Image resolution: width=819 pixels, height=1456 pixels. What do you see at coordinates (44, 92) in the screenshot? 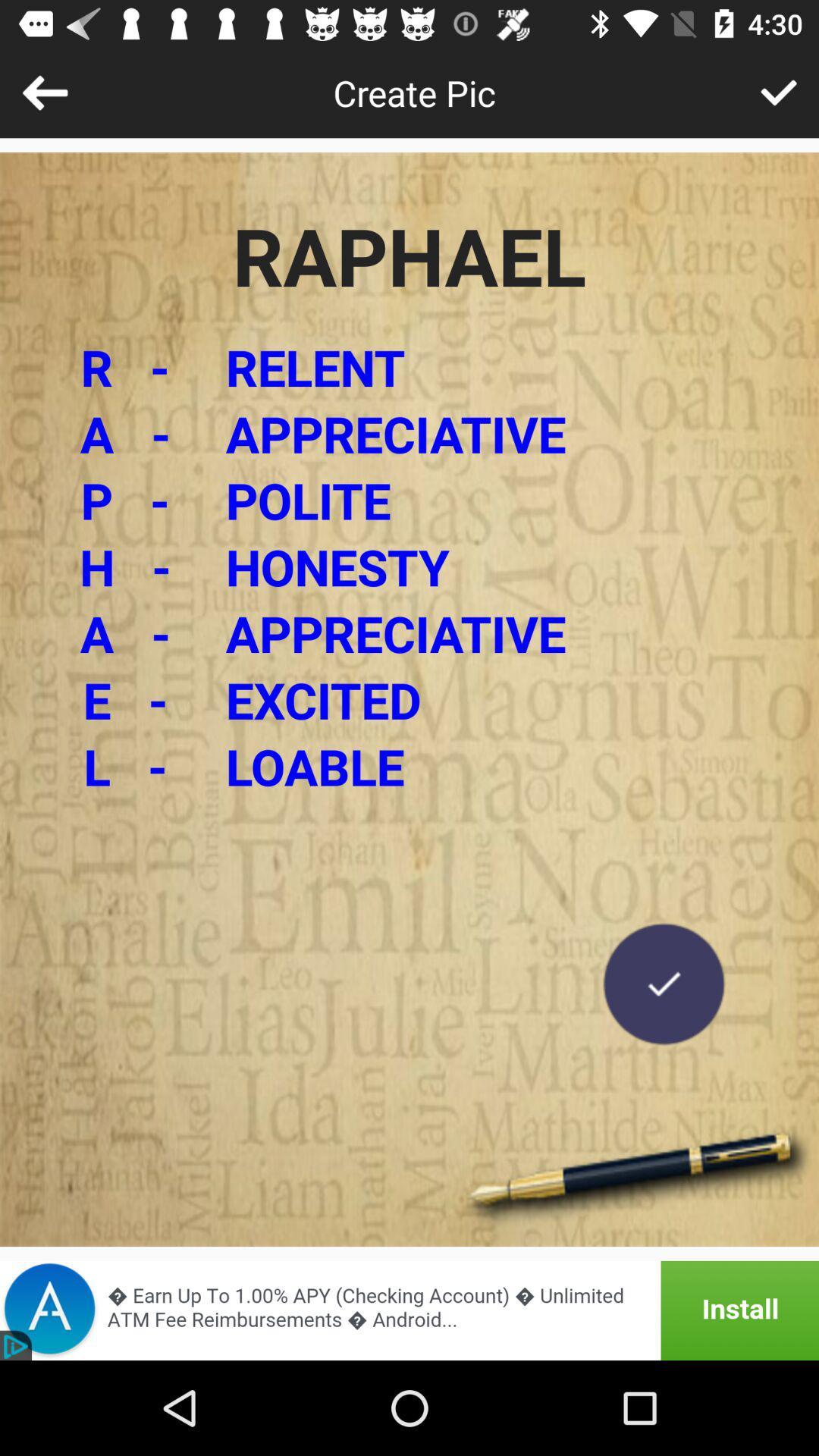
I see `go back` at bounding box center [44, 92].